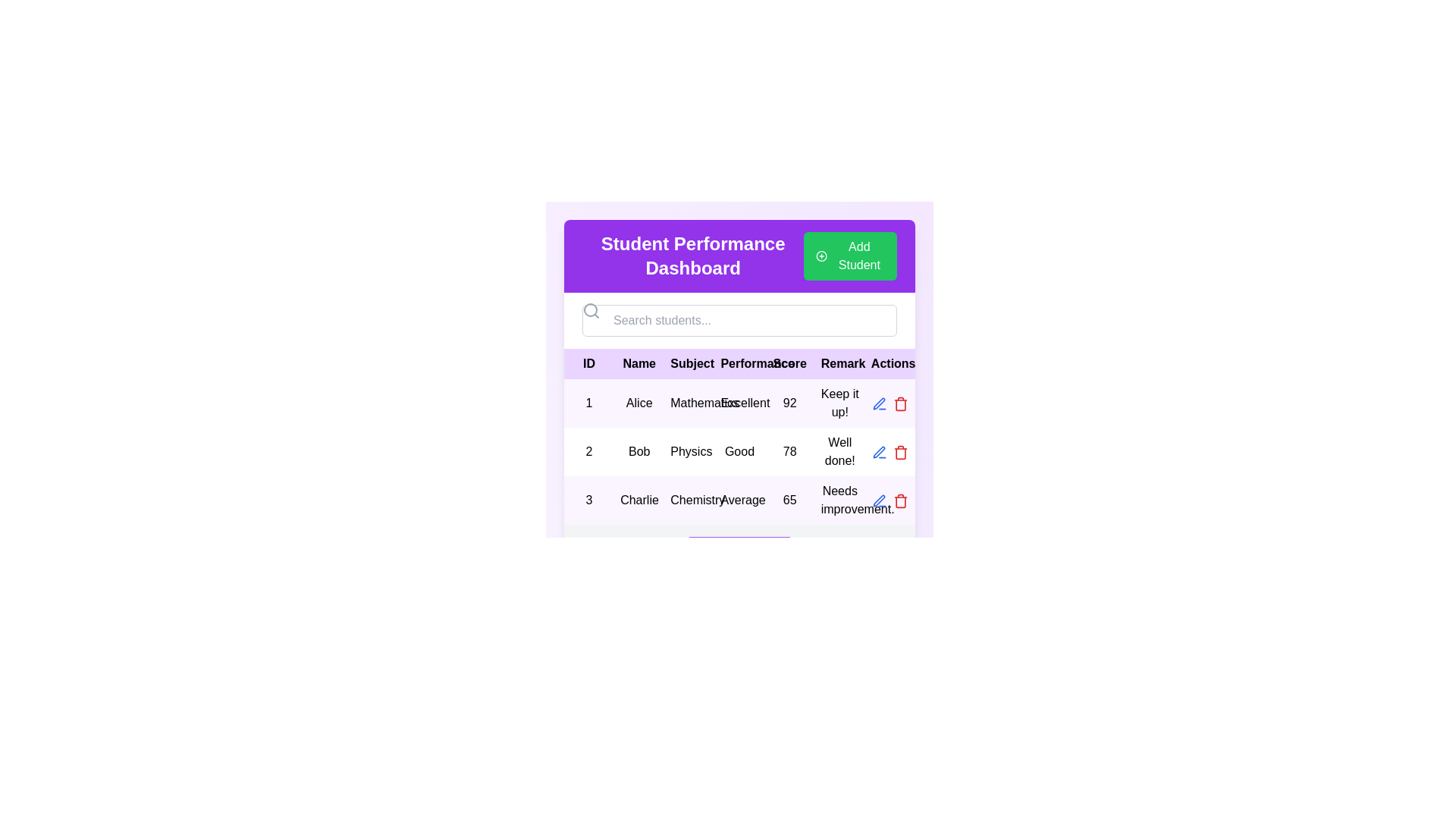 The image size is (1456, 819). I want to click on the 'Subject' table header cell, which is the third column header in a table of seven headers, styled in bold on a light purple background, so click(689, 363).